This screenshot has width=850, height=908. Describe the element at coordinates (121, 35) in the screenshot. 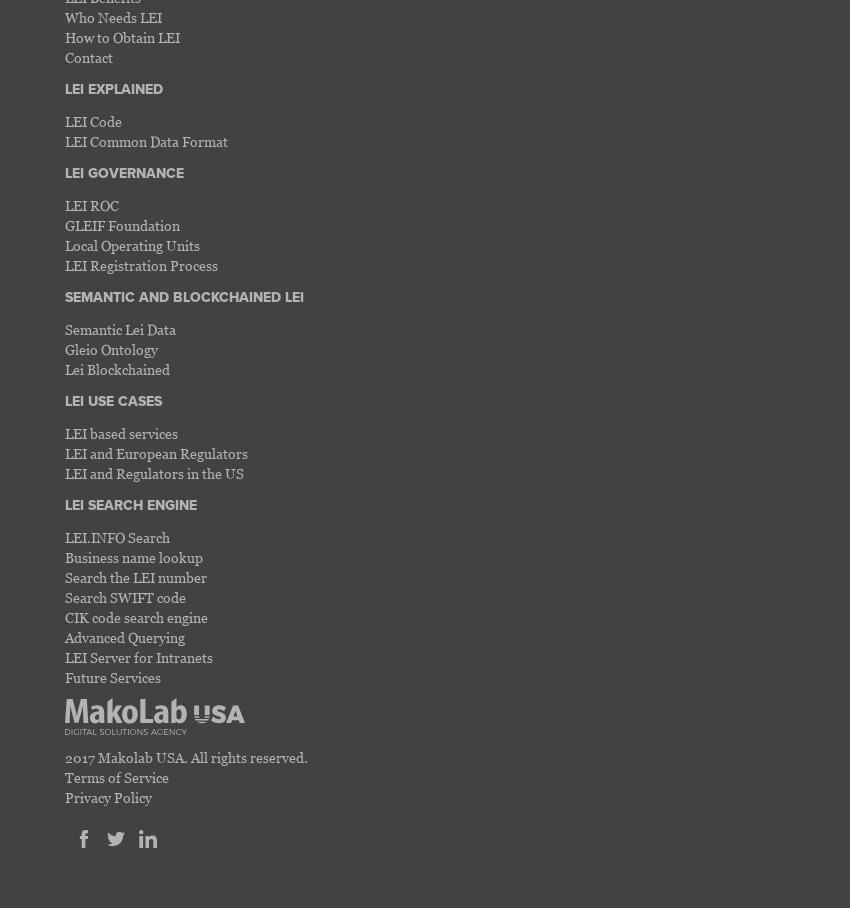

I see `'How to Obtain LEI'` at that location.